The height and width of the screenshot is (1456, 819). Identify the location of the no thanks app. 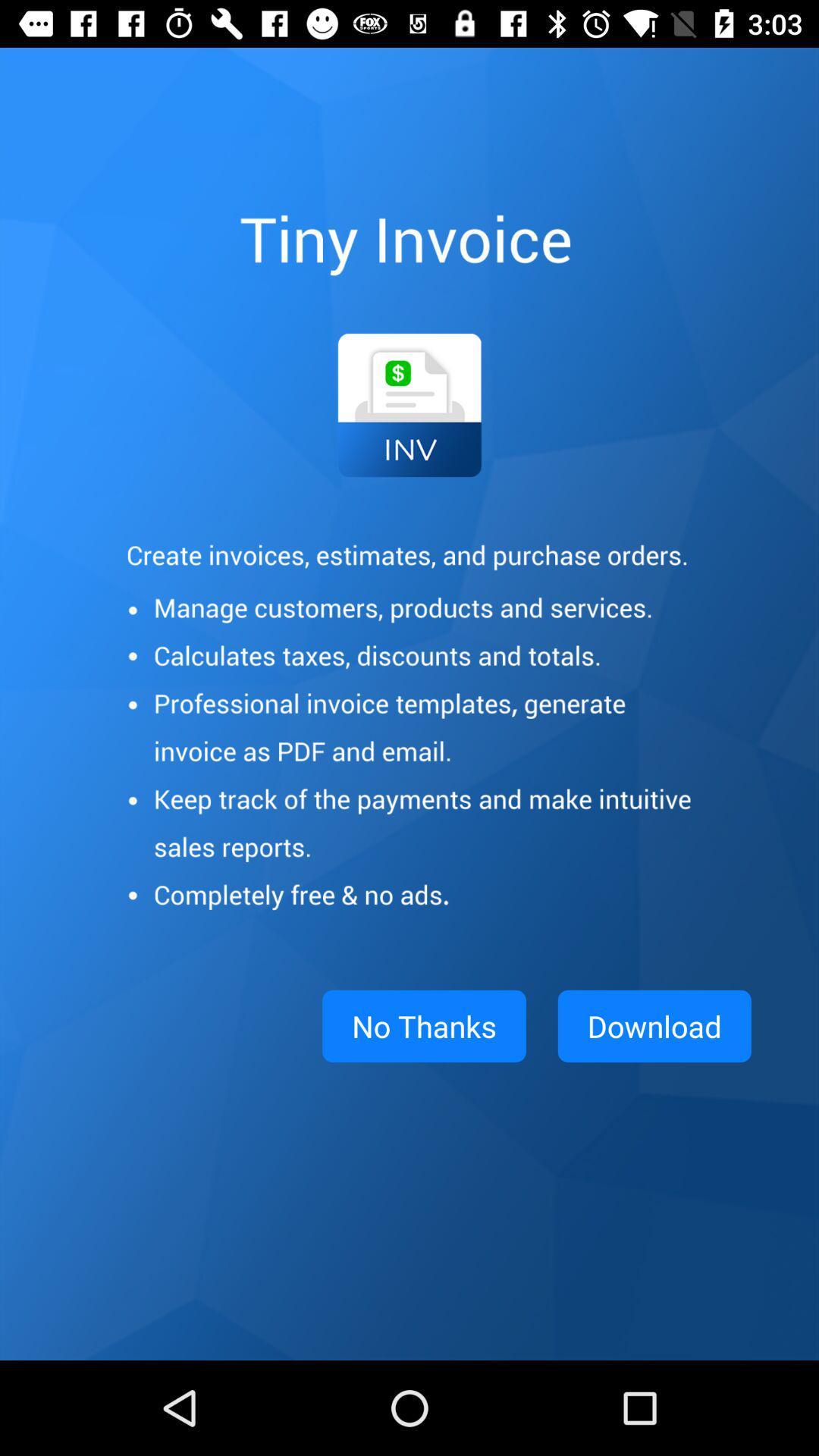
(424, 1026).